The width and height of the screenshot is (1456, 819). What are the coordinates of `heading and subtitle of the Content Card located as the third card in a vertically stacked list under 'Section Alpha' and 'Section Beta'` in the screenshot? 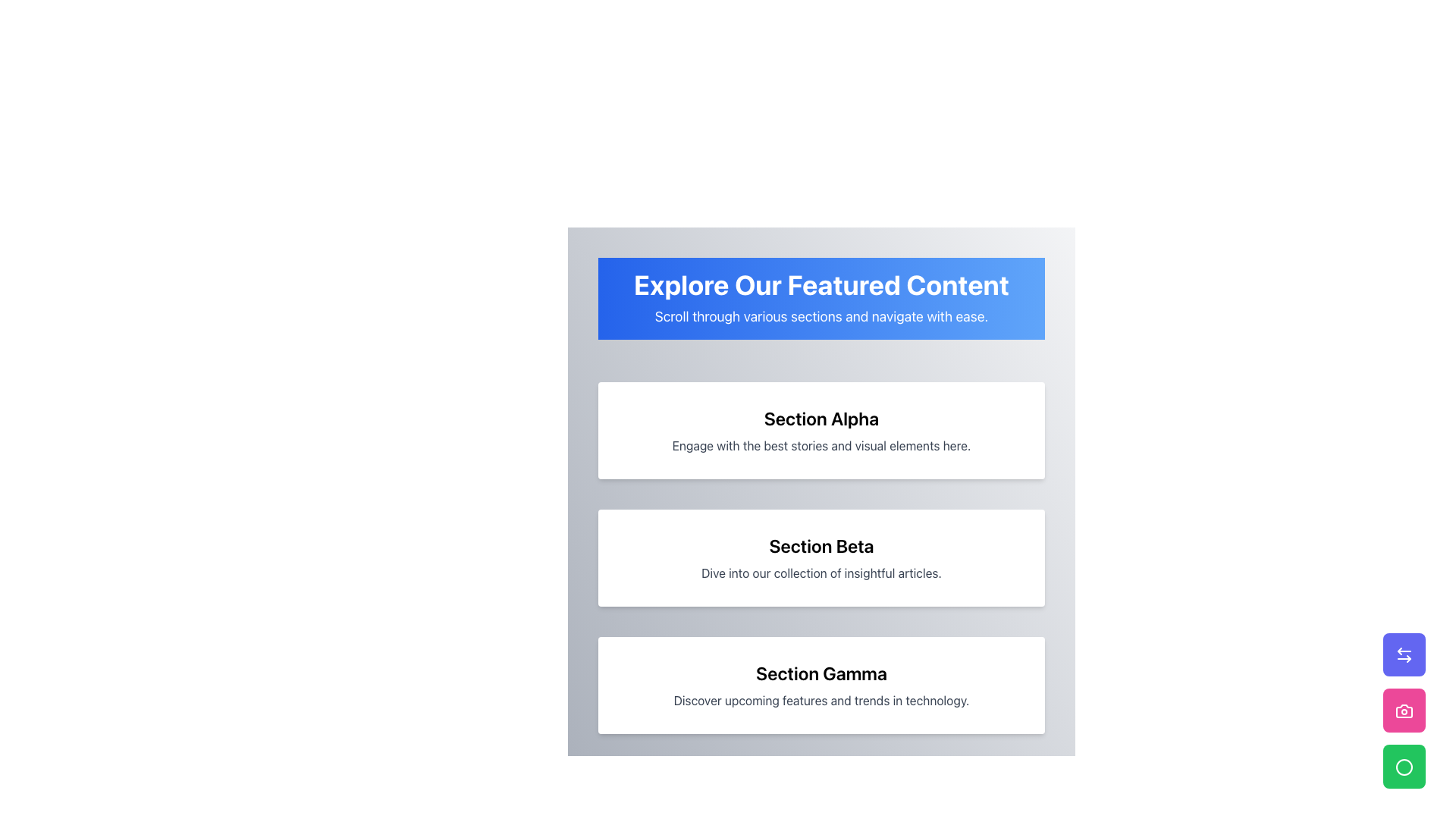 It's located at (821, 685).